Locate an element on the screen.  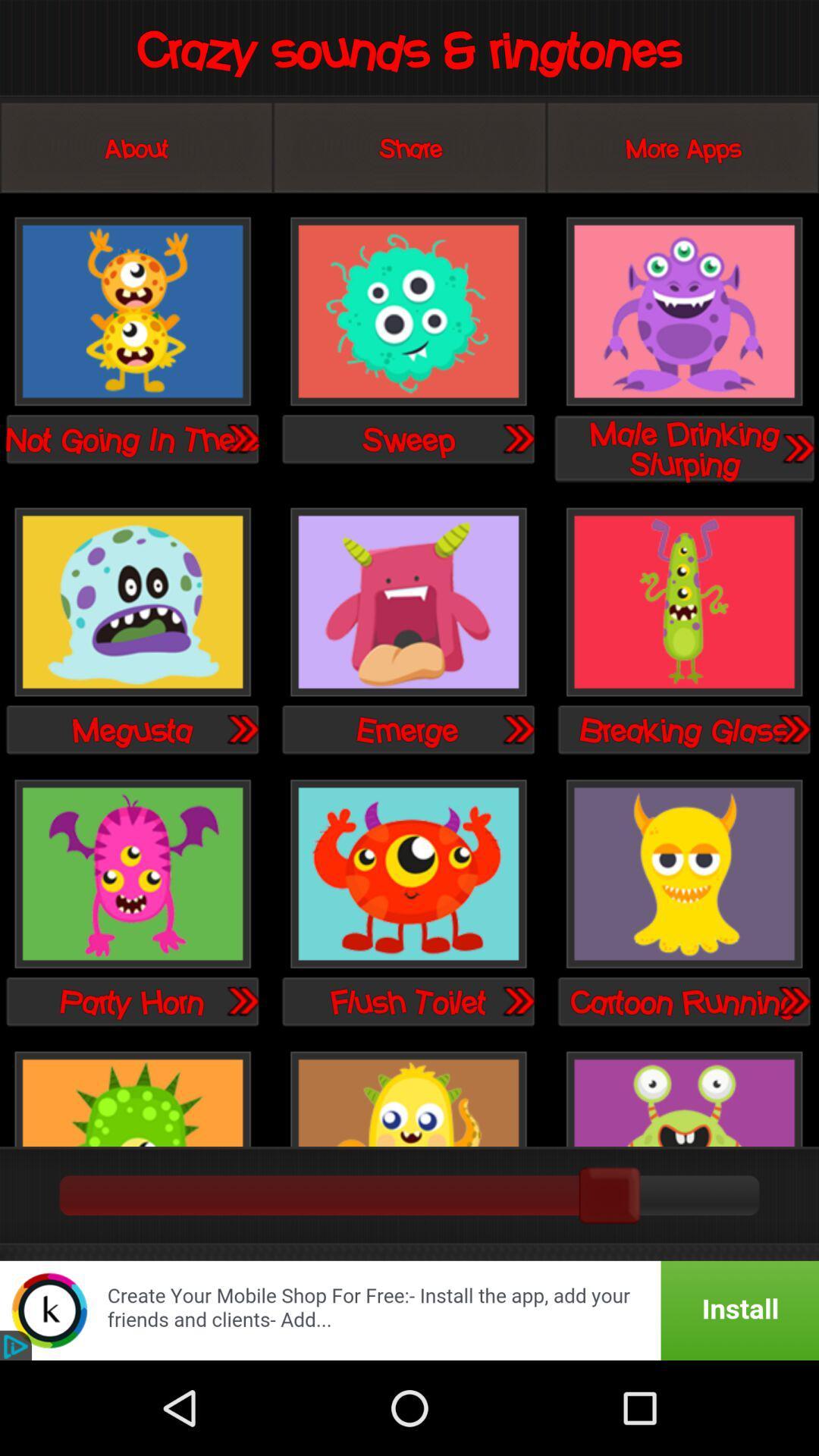
a noise is located at coordinates (684, 1097).